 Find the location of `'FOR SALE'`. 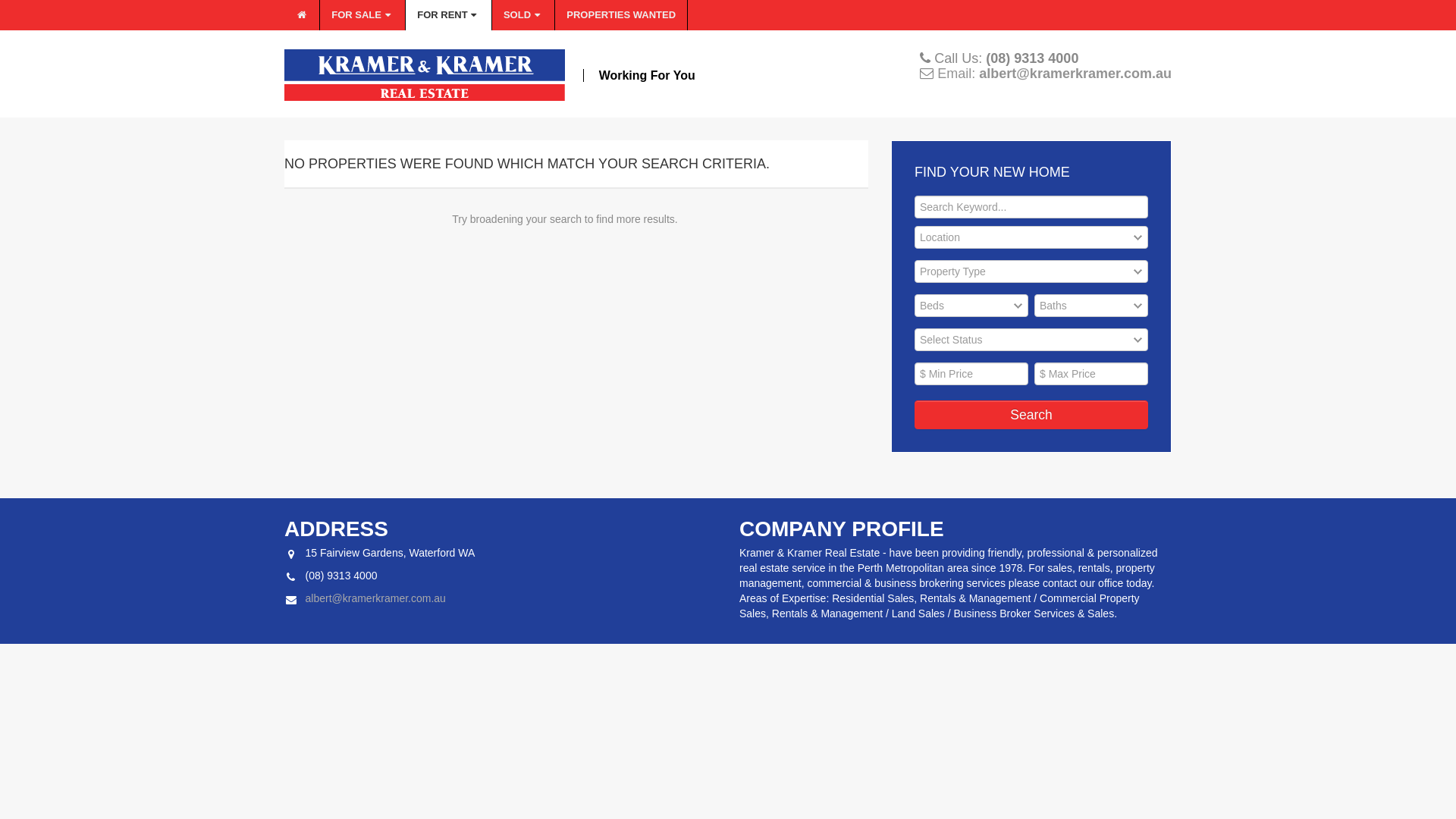

'FOR SALE' is located at coordinates (362, 14).